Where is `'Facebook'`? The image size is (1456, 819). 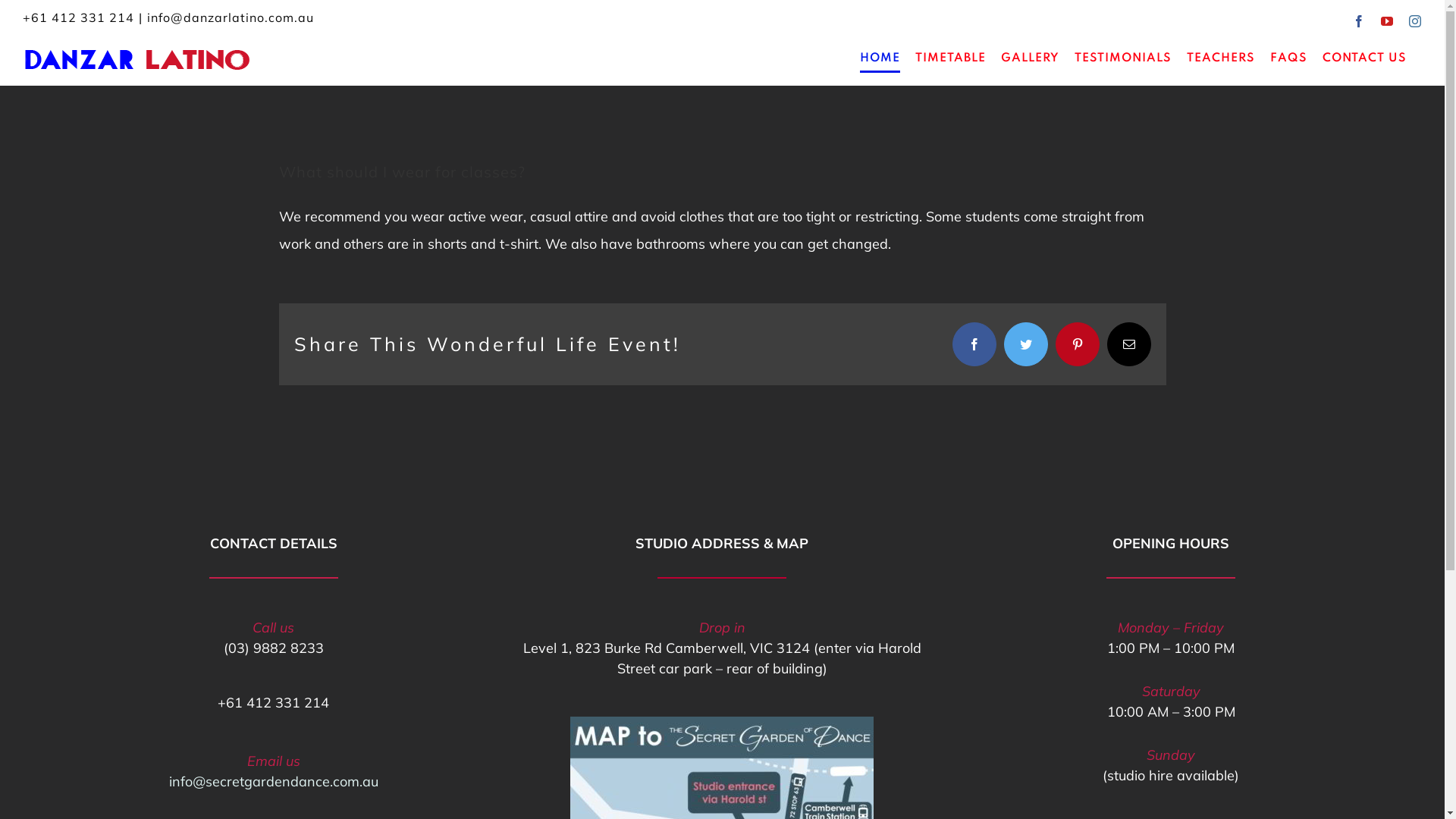 'Facebook' is located at coordinates (1359, 20).